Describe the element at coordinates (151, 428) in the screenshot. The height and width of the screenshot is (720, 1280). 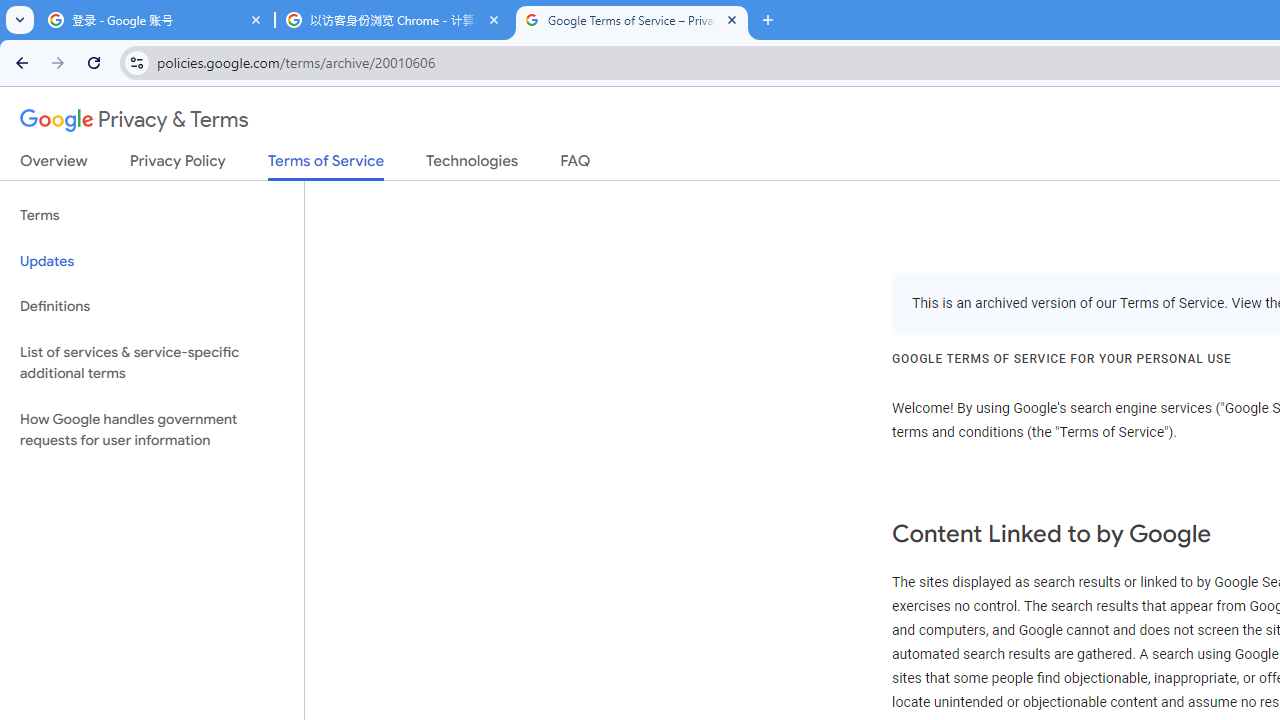
I see `'How Google handles government requests for user information'` at that location.